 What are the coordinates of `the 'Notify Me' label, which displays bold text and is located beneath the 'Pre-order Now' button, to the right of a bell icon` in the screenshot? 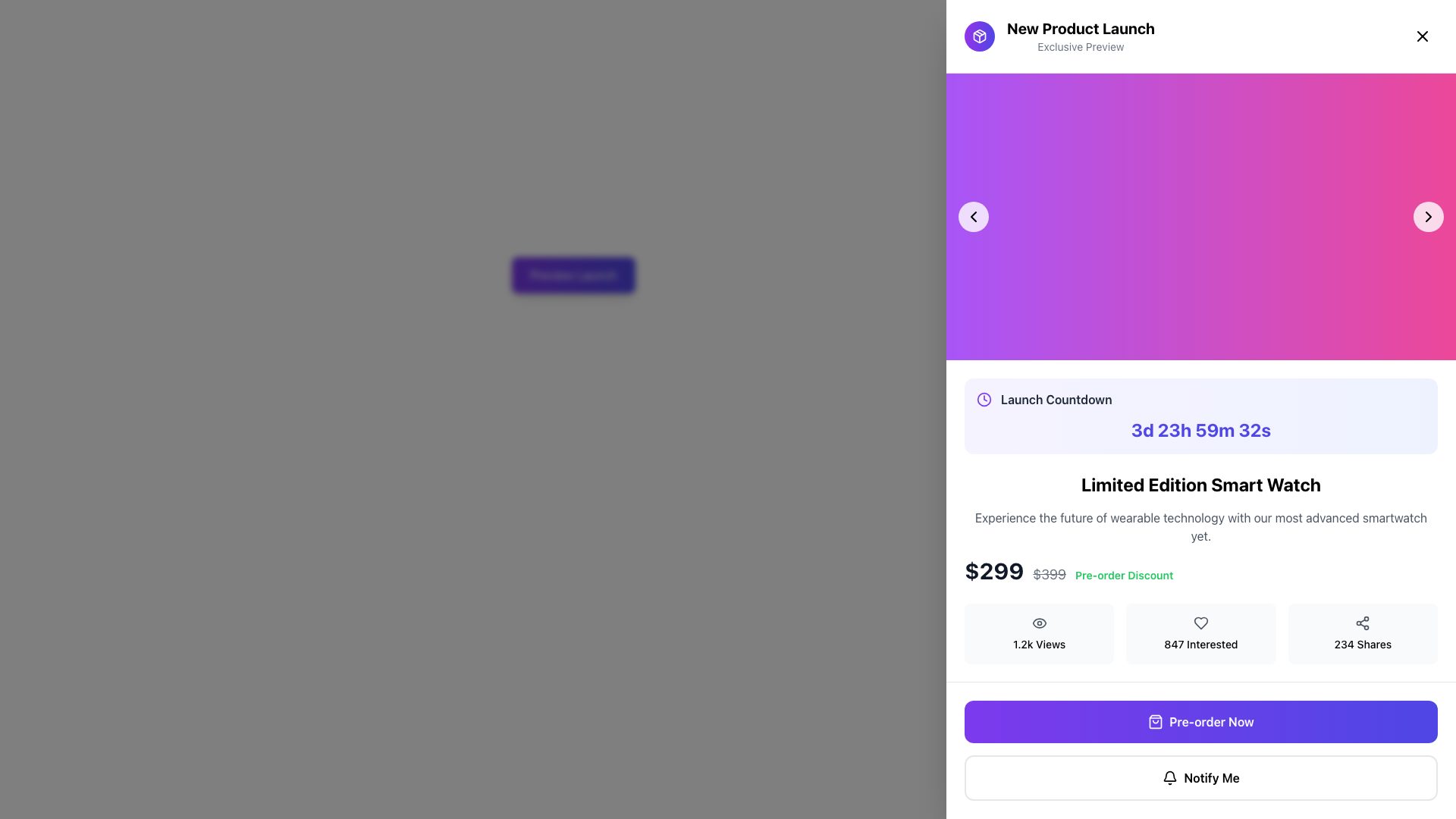 It's located at (1211, 778).